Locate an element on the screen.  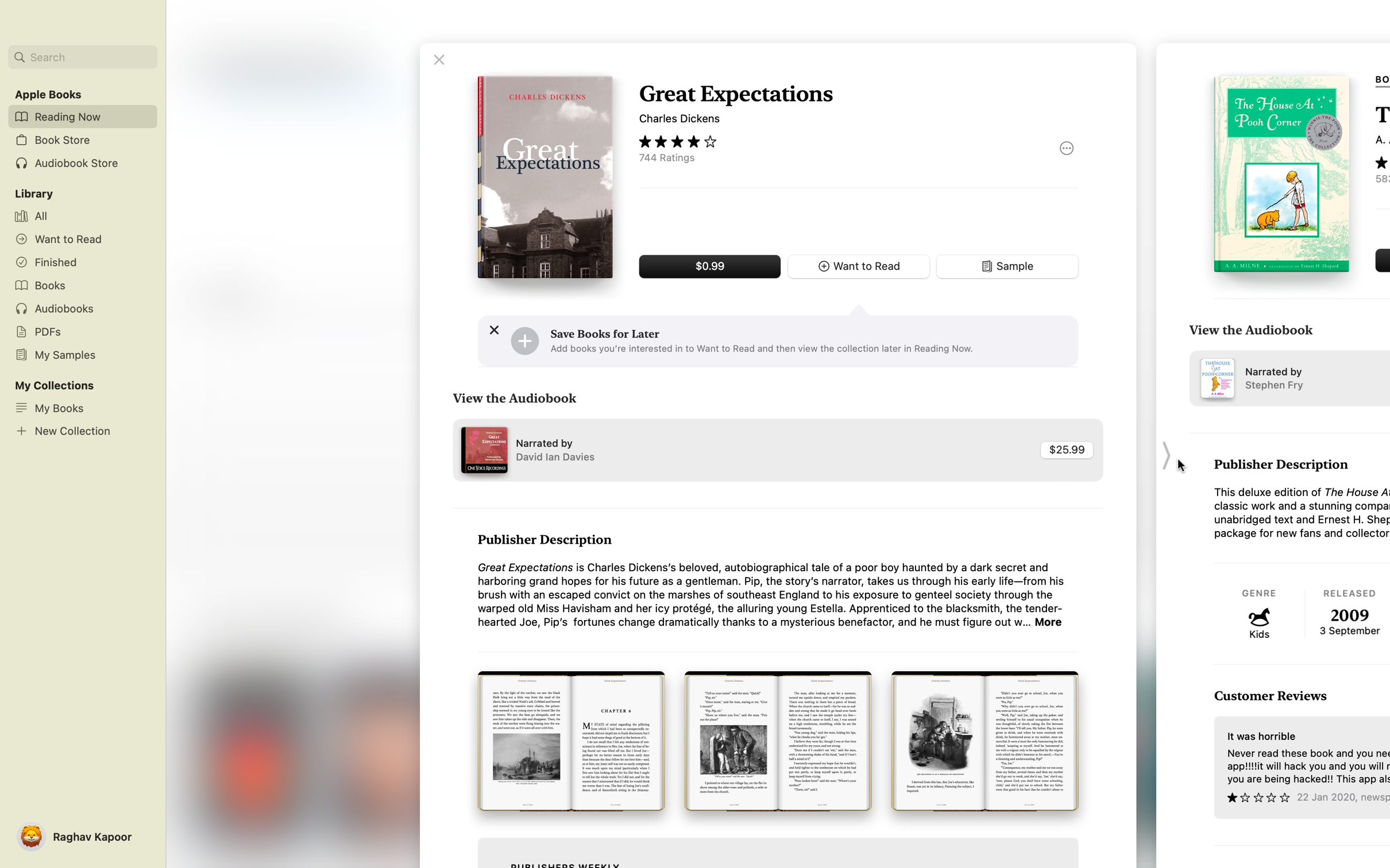
Shut the text named "Great expectations is located at coordinates (438, 59).